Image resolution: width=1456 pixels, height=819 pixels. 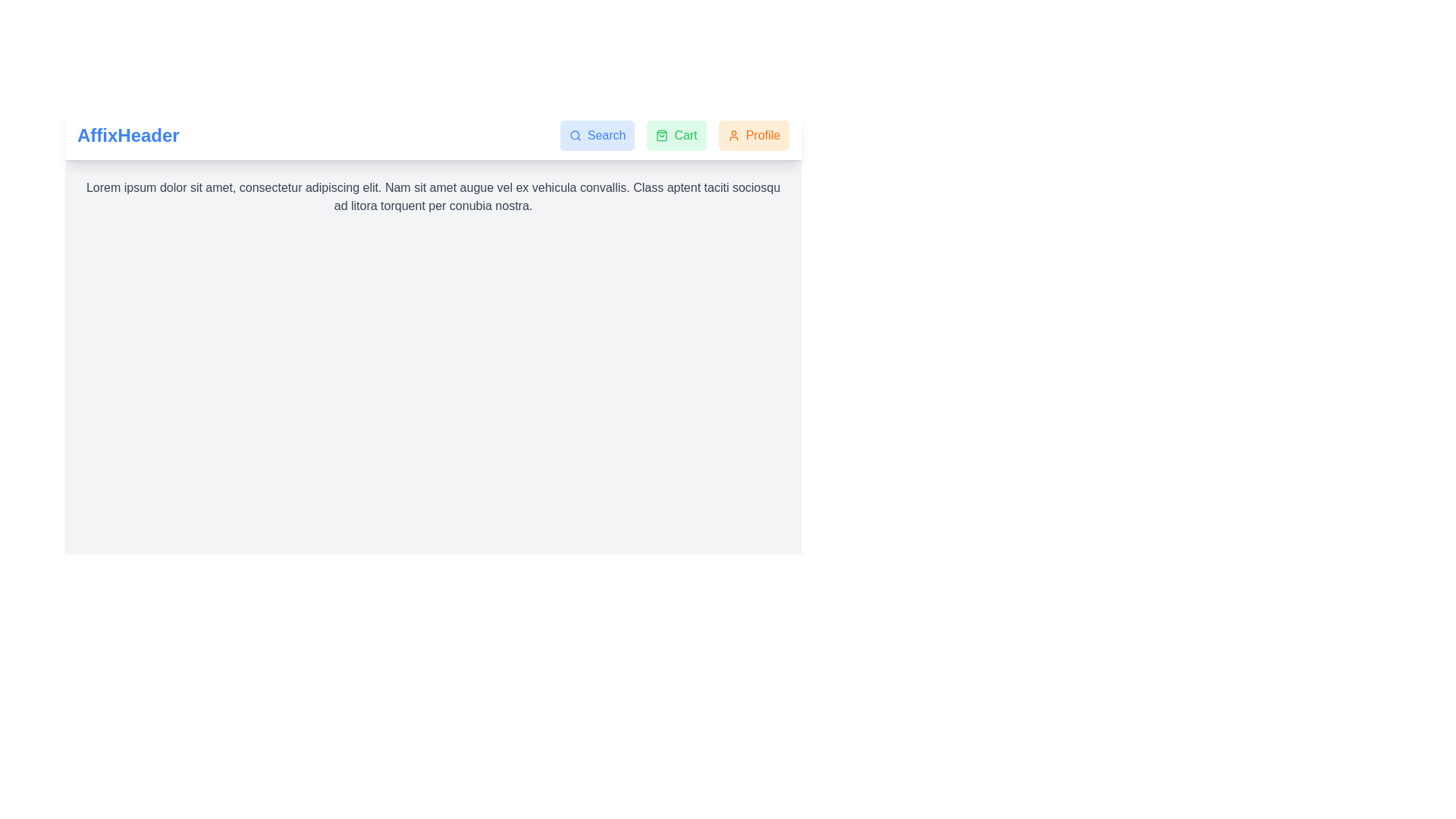 I want to click on the Cart button located in the sticky top navigation bar, positioned between the blue 'Search' button and the orange 'Profile' button, to observe the hover effect, so click(x=673, y=134).